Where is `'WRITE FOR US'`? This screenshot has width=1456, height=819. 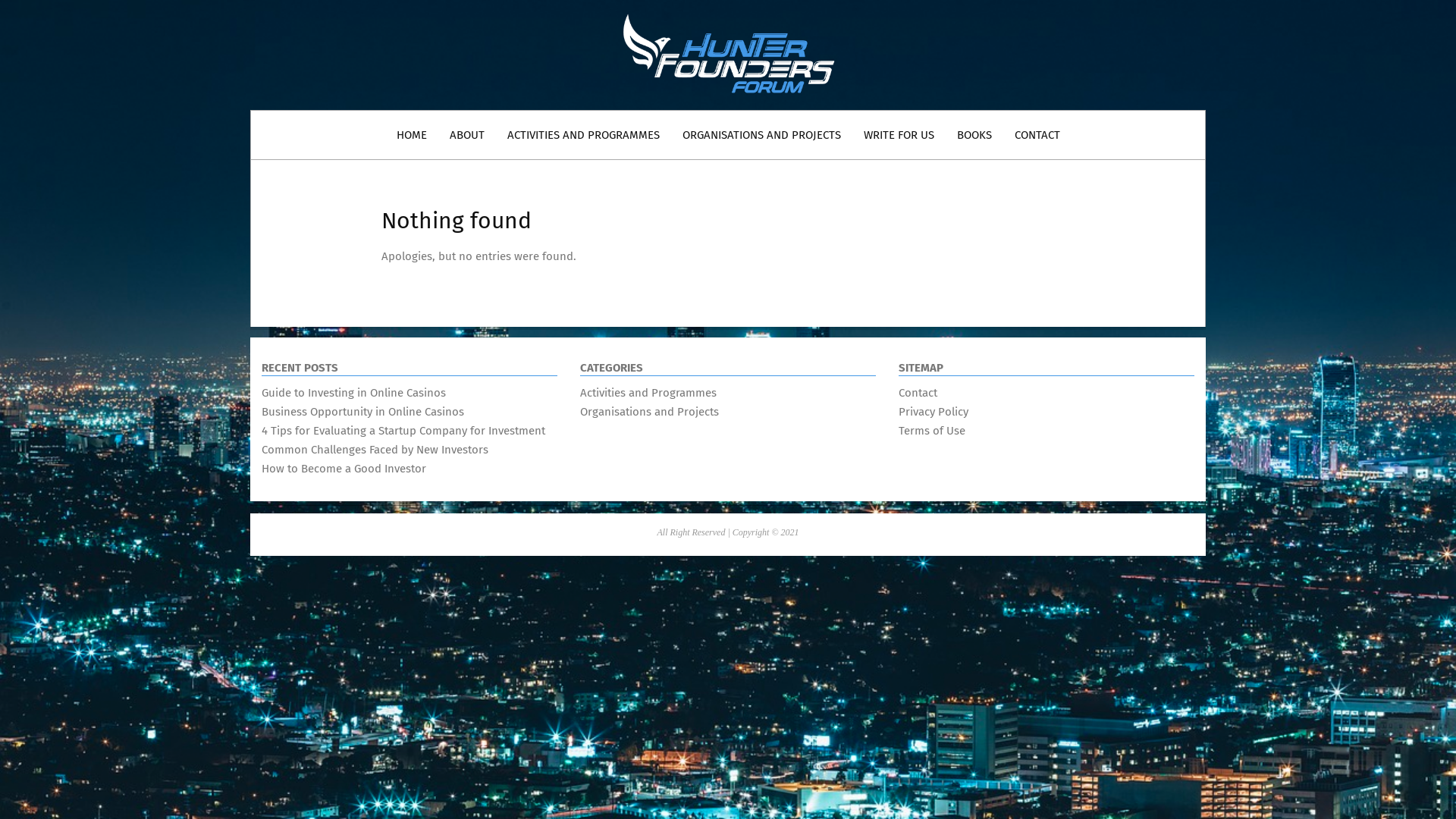 'WRITE FOR US' is located at coordinates (852, 133).